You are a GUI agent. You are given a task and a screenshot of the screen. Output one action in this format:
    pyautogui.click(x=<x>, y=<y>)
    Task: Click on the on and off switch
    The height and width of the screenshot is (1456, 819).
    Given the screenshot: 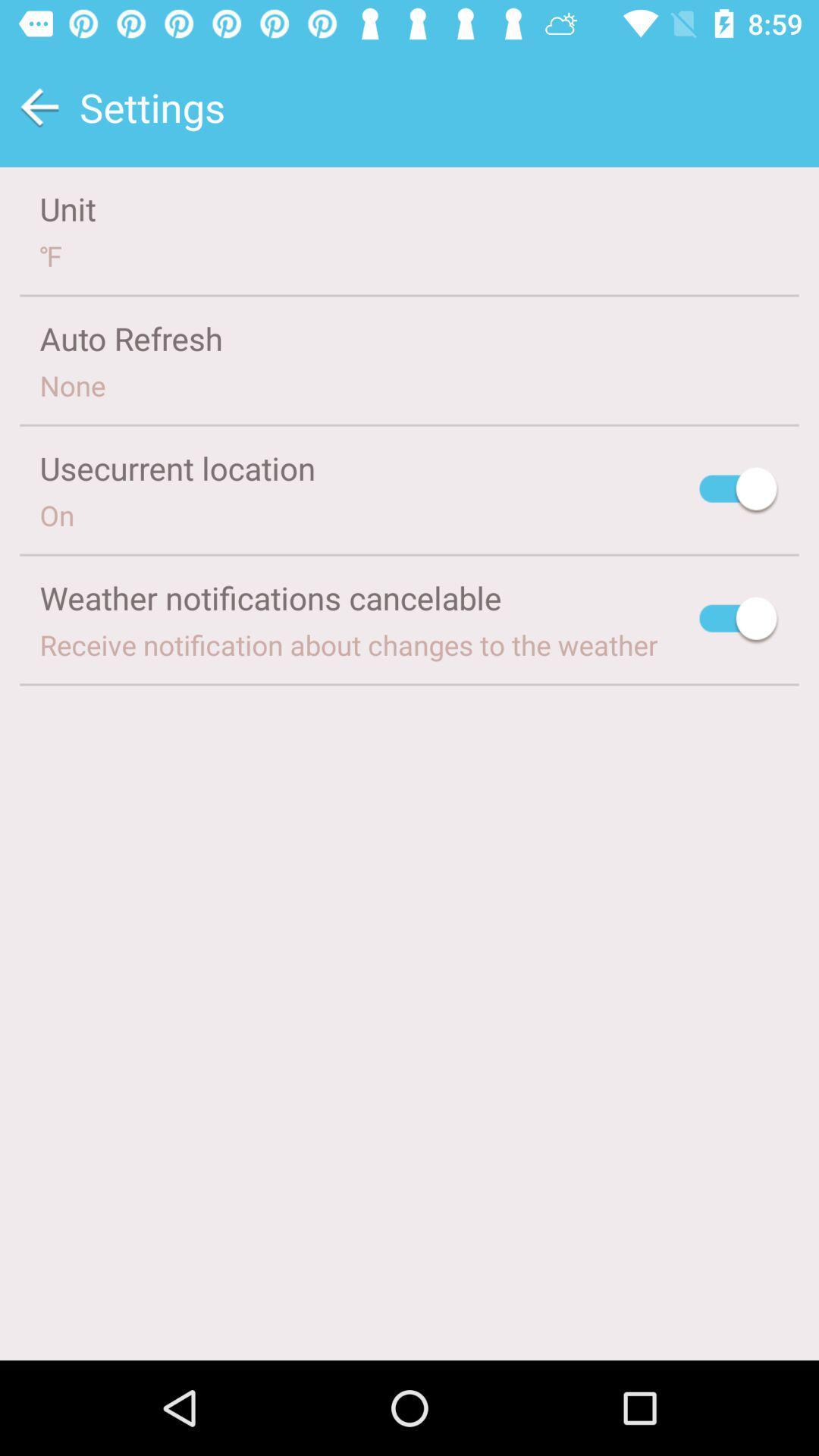 What is the action you would take?
    pyautogui.click(x=739, y=491)
    